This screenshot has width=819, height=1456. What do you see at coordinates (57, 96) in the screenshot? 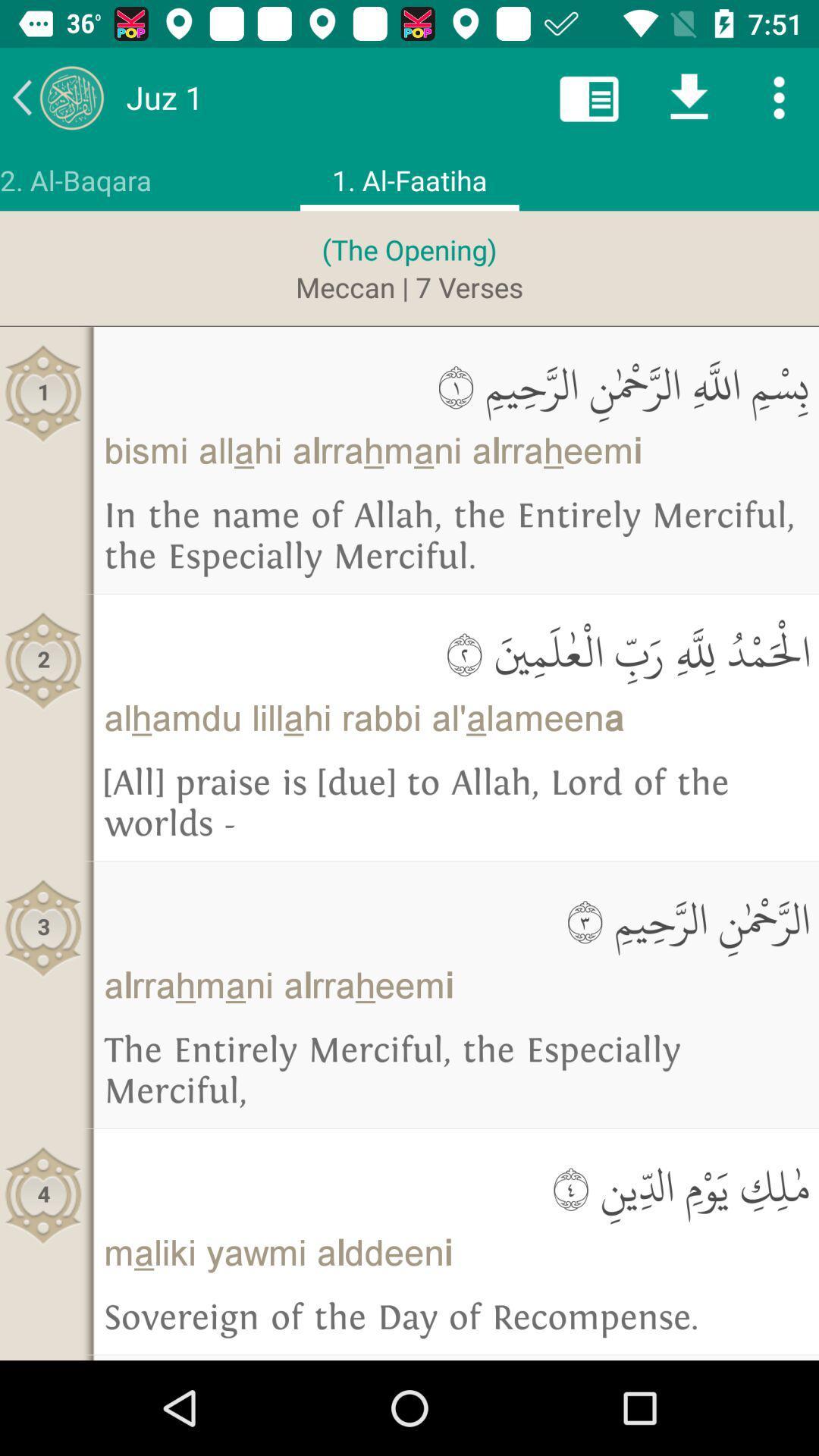
I see `this app use for understand the quran` at bounding box center [57, 96].